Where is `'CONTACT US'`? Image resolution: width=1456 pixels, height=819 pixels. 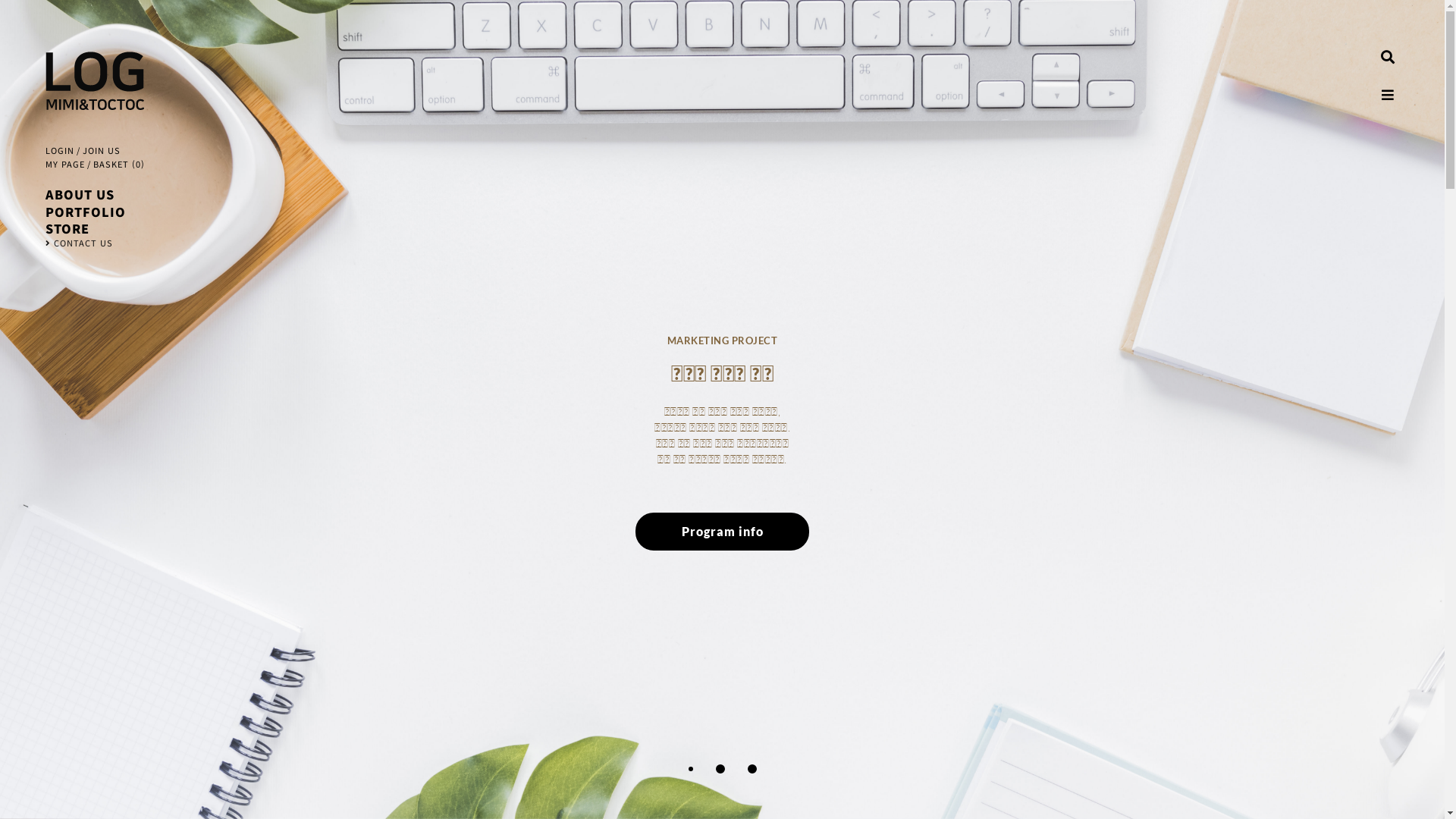 'CONTACT US' is located at coordinates (93, 242).